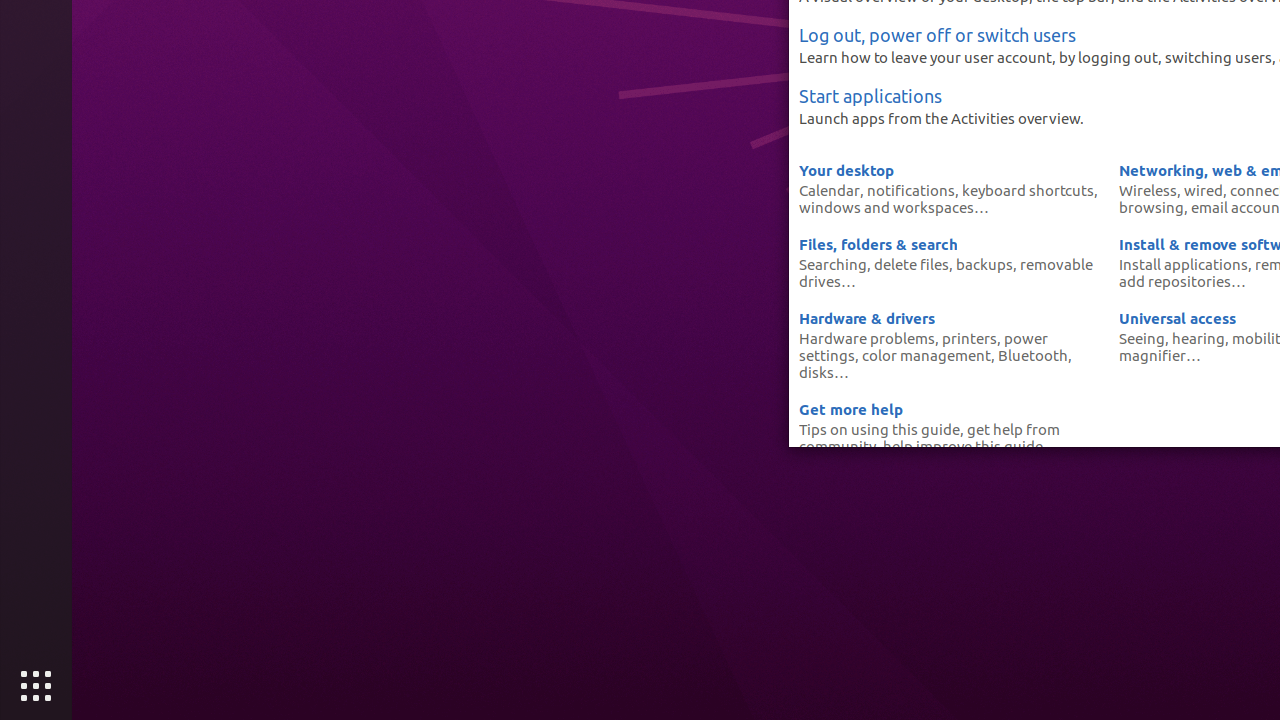 Image resolution: width=1280 pixels, height=720 pixels. I want to click on 'notifications', so click(909, 190).